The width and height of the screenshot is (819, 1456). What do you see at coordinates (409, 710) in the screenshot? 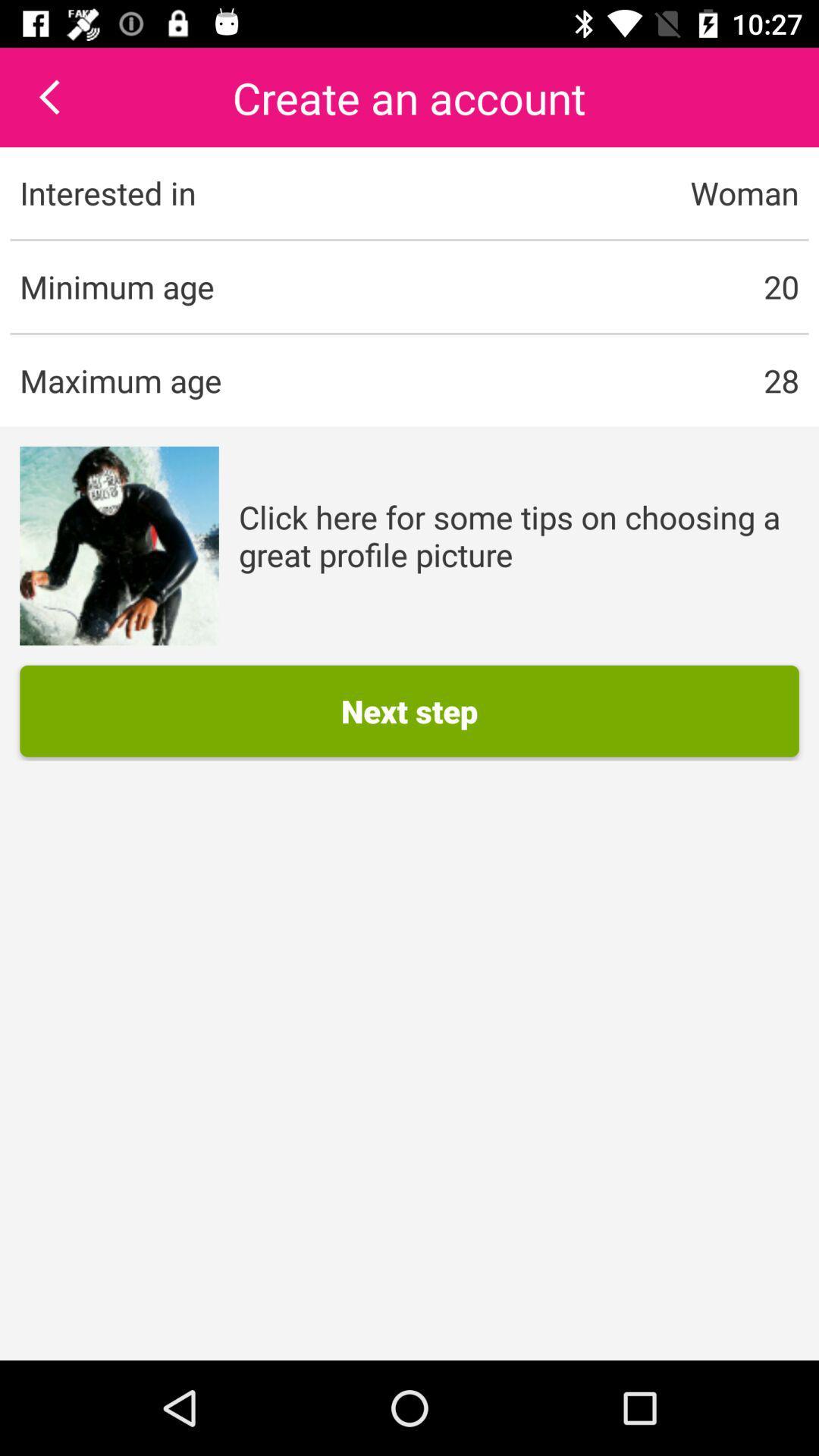
I see `the field next step` at bounding box center [409, 710].